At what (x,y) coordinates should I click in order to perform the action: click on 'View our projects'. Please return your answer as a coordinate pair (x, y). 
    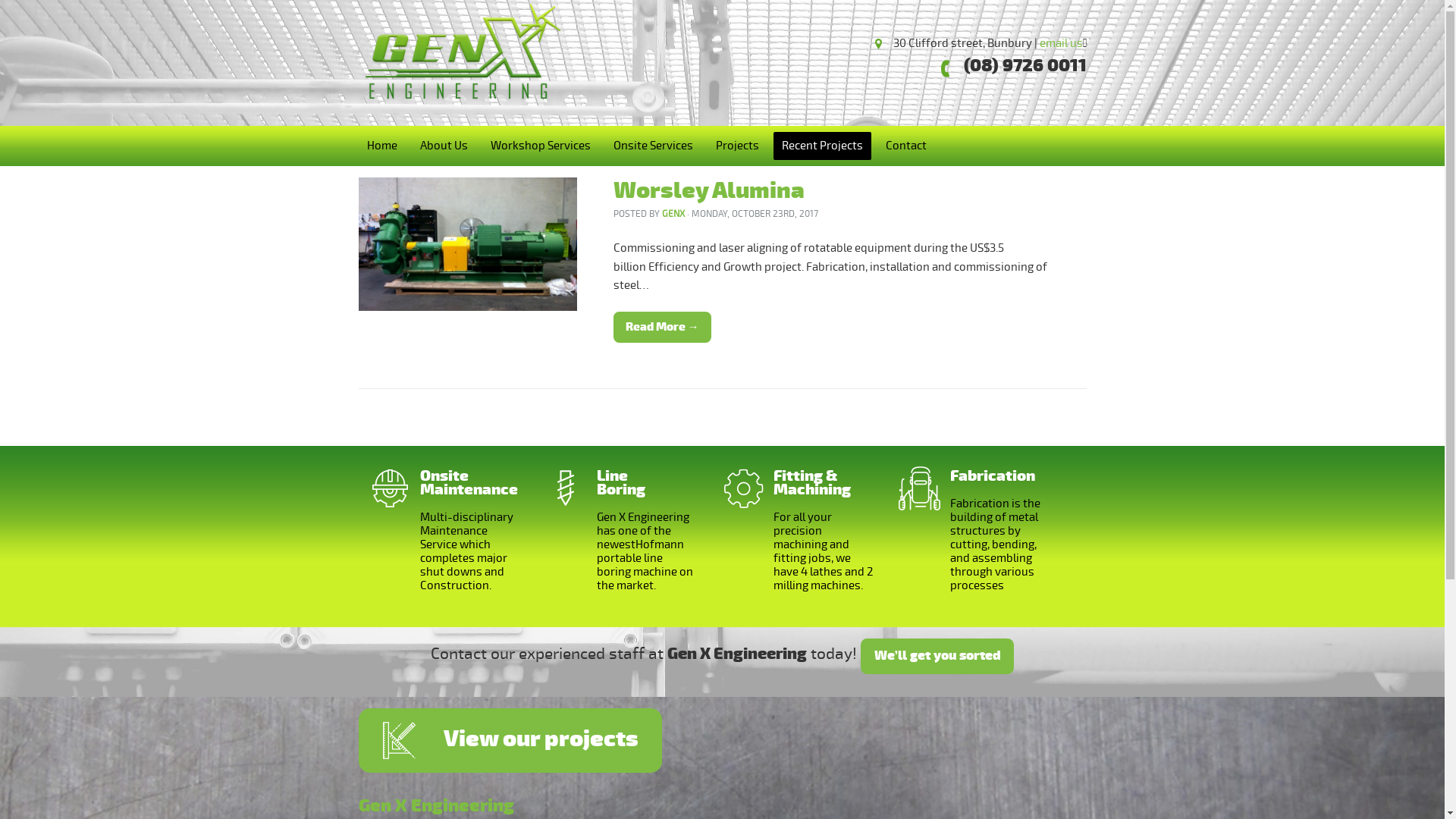
    Looking at the image, I should click on (510, 739).